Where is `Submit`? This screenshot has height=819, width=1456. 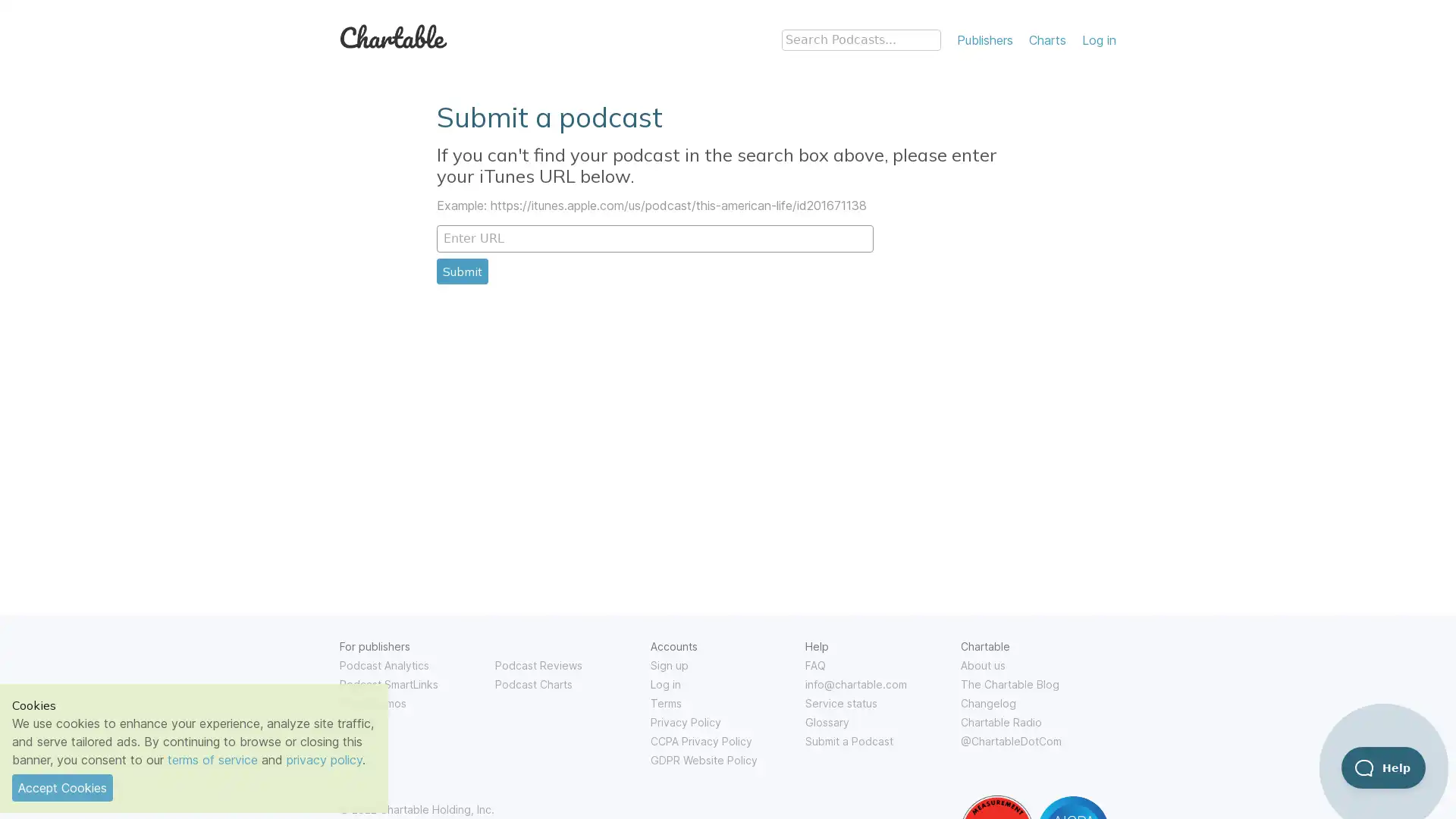
Submit is located at coordinates (461, 270).